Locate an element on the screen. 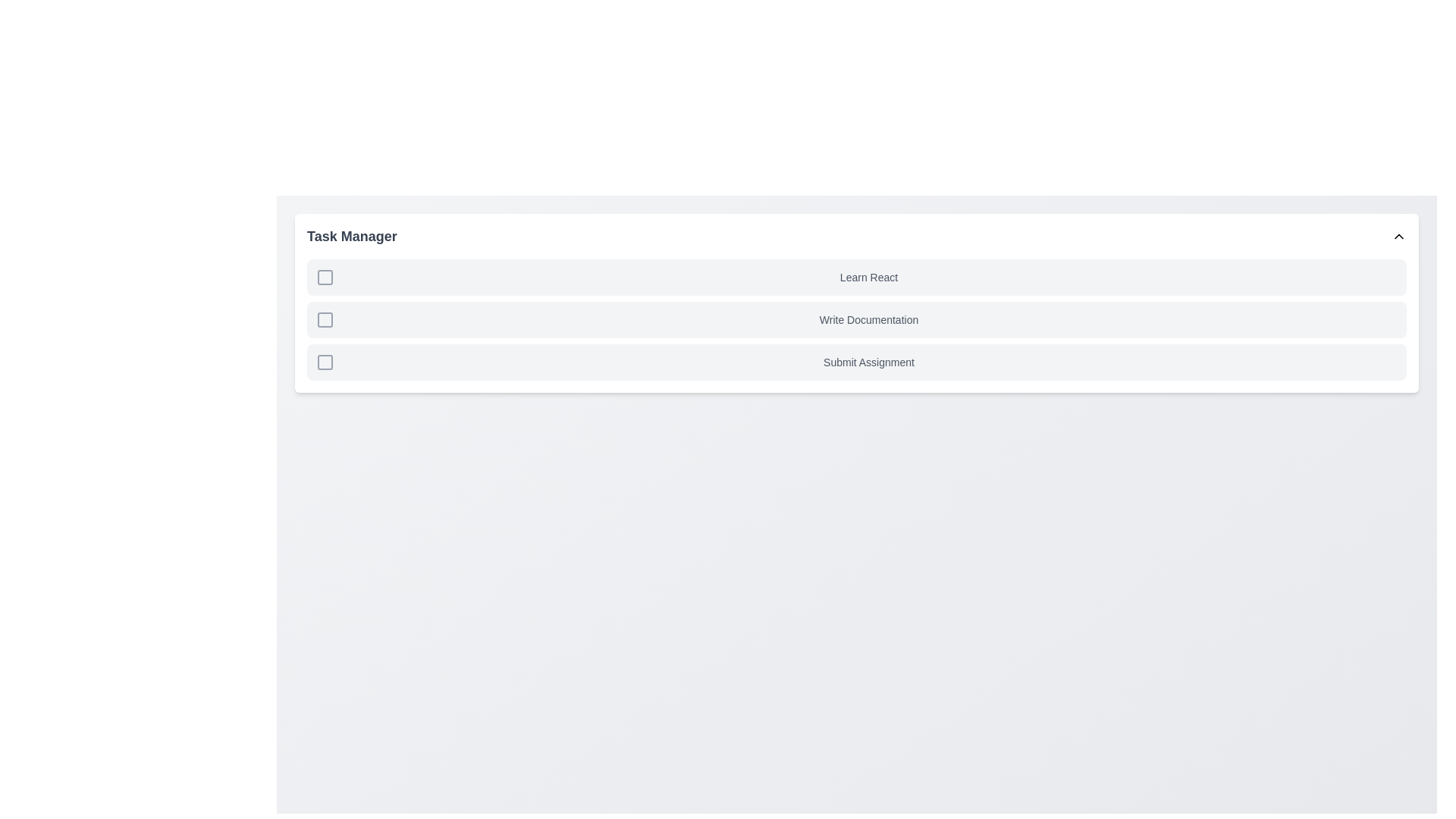  the checkbox for task Learn React is located at coordinates (324, 278).